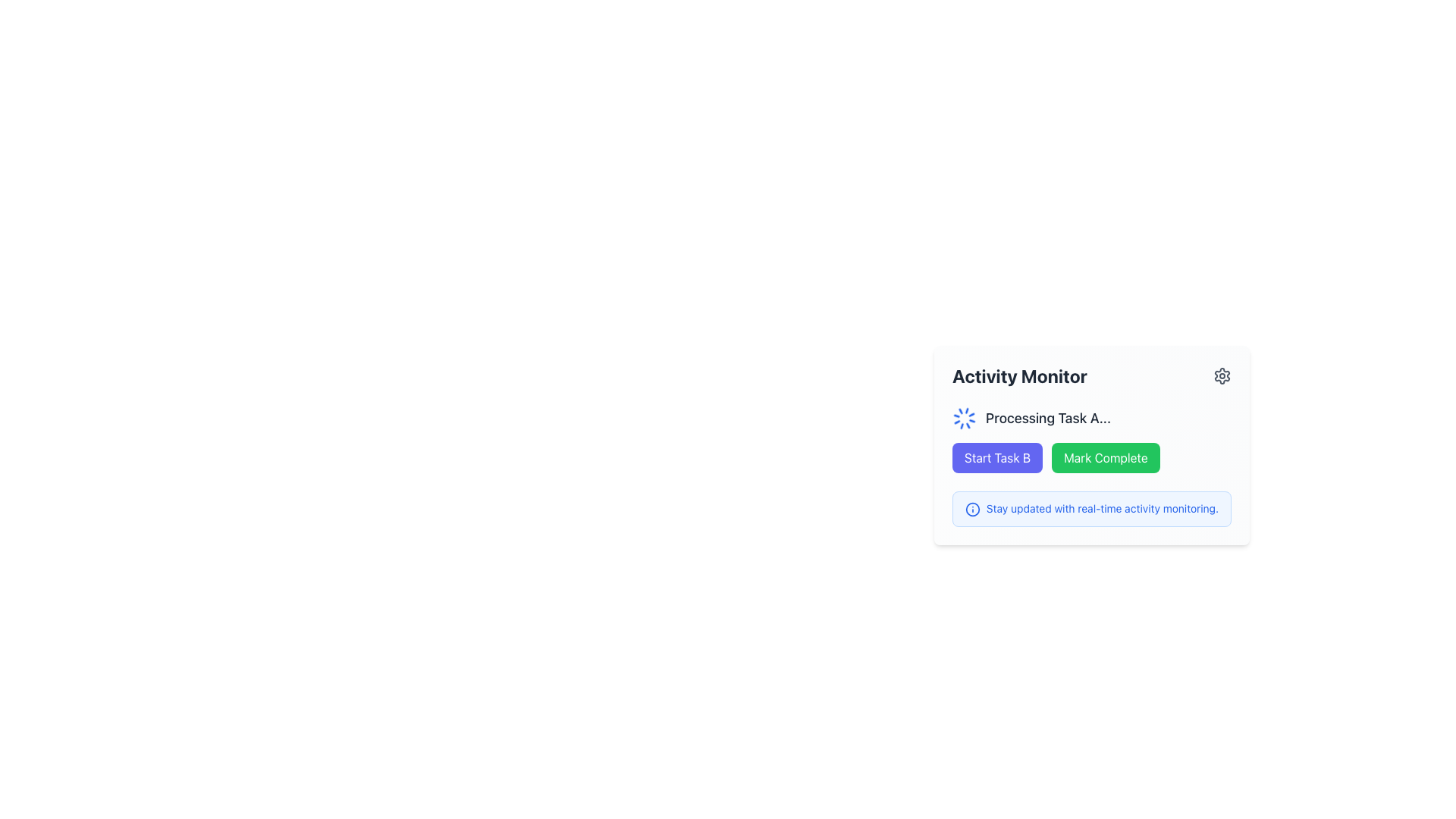 Image resolution: width=1456 pixels, height=819 pixels. Describe the element at coordinates (1092, 444) in the screenshot. I see `the second button used to mark a task as completed, located under the text 'Processing Task A...' in the 'Activity Monitor' box to observe its hover effects` at that location.